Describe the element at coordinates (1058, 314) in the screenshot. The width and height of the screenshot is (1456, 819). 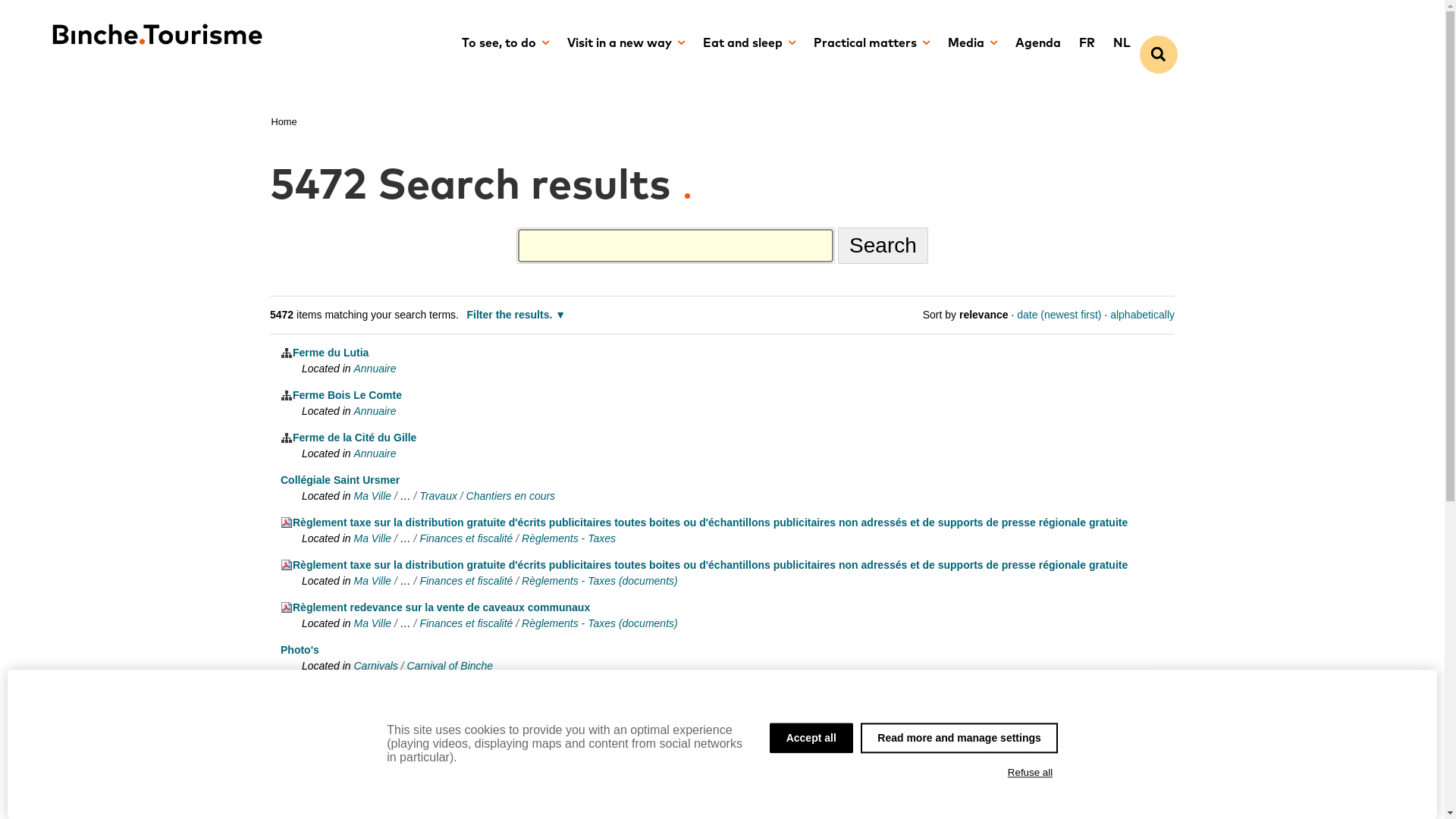
I see `'date (newest first)'` at that location.